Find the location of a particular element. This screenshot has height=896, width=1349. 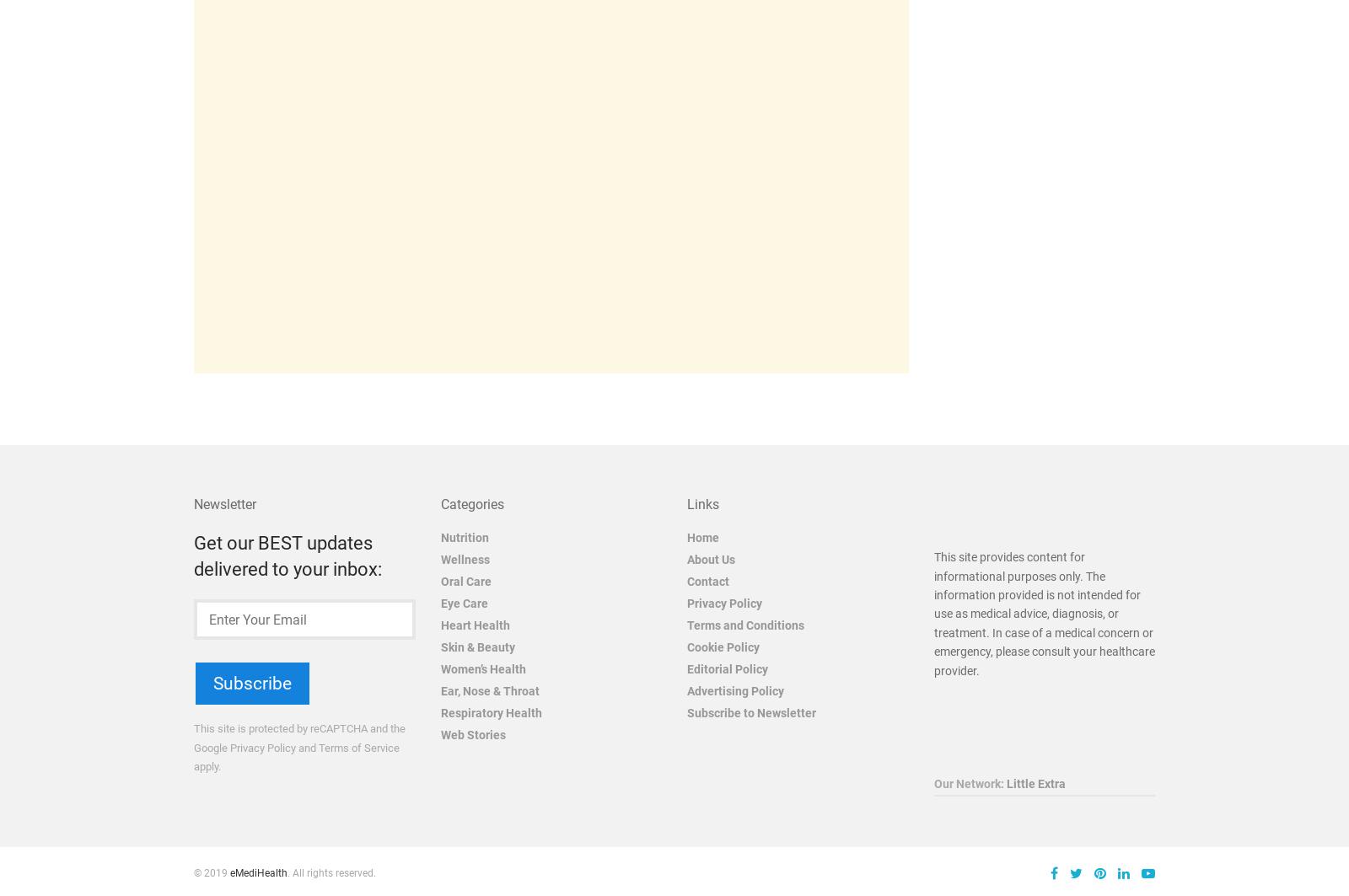

'© 2019' is located at coordinates (193, 872).